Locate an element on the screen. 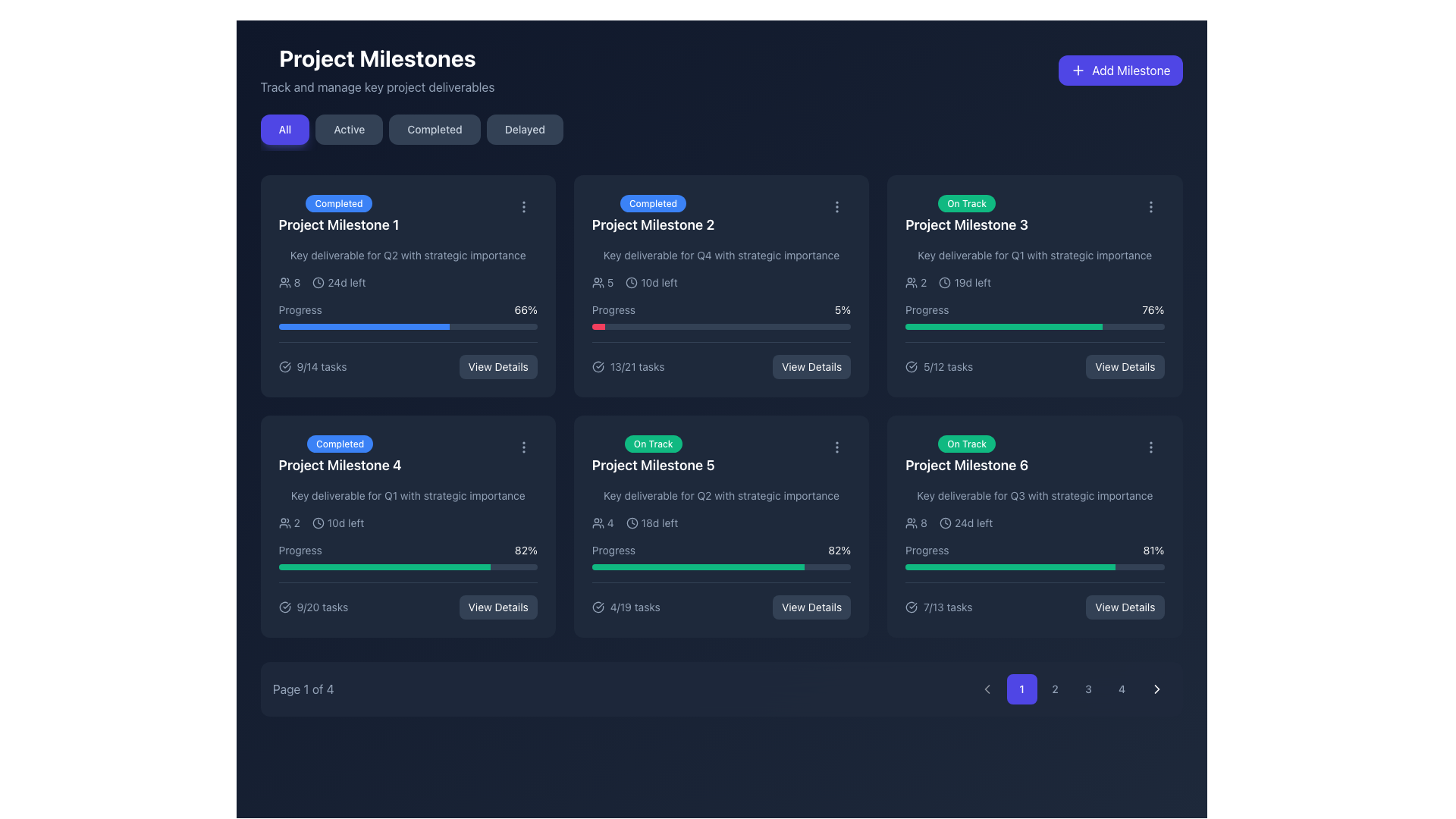 This screenshot has height=819, width=1456. the ellipsis icon located at the top-right corner of the 'Project Milestone 2' card is located at coordinates (836, 207).